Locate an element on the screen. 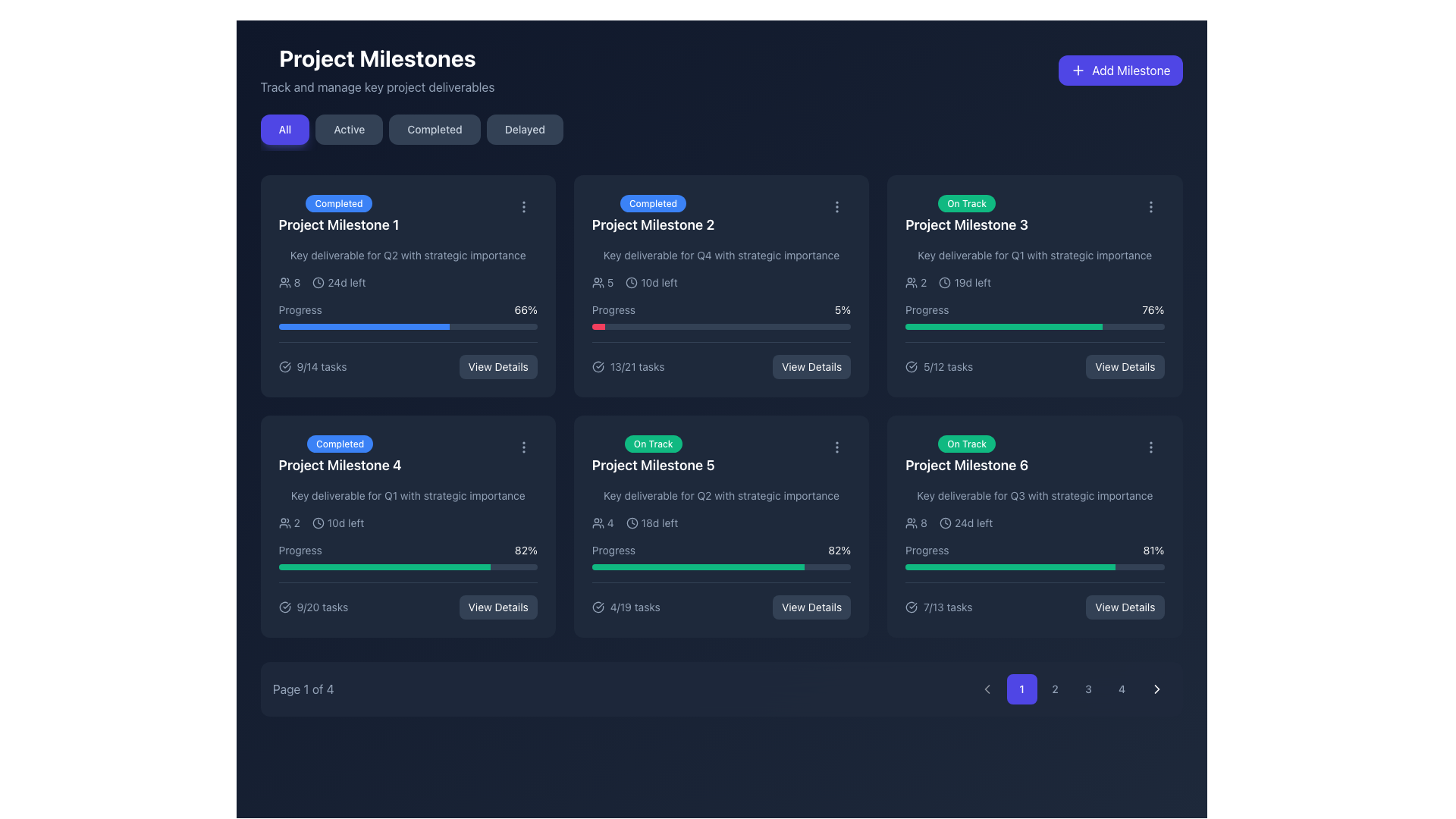 This screenshot has height=819, width=1456. the ellipsis icon located at the top-right corner of the 'Project Milestone 2' card is located at coordinates (836, 207).